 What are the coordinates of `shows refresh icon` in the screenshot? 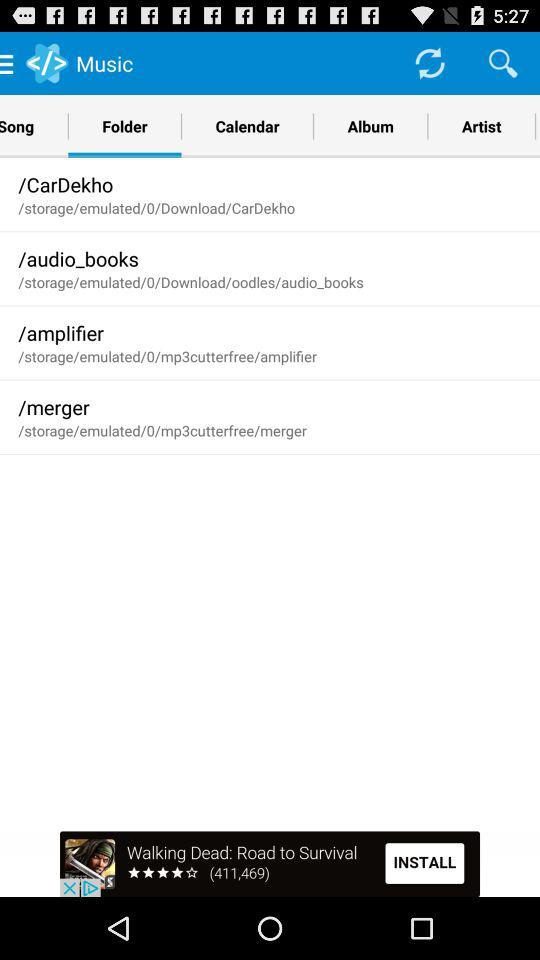 It's located at (428, 62).